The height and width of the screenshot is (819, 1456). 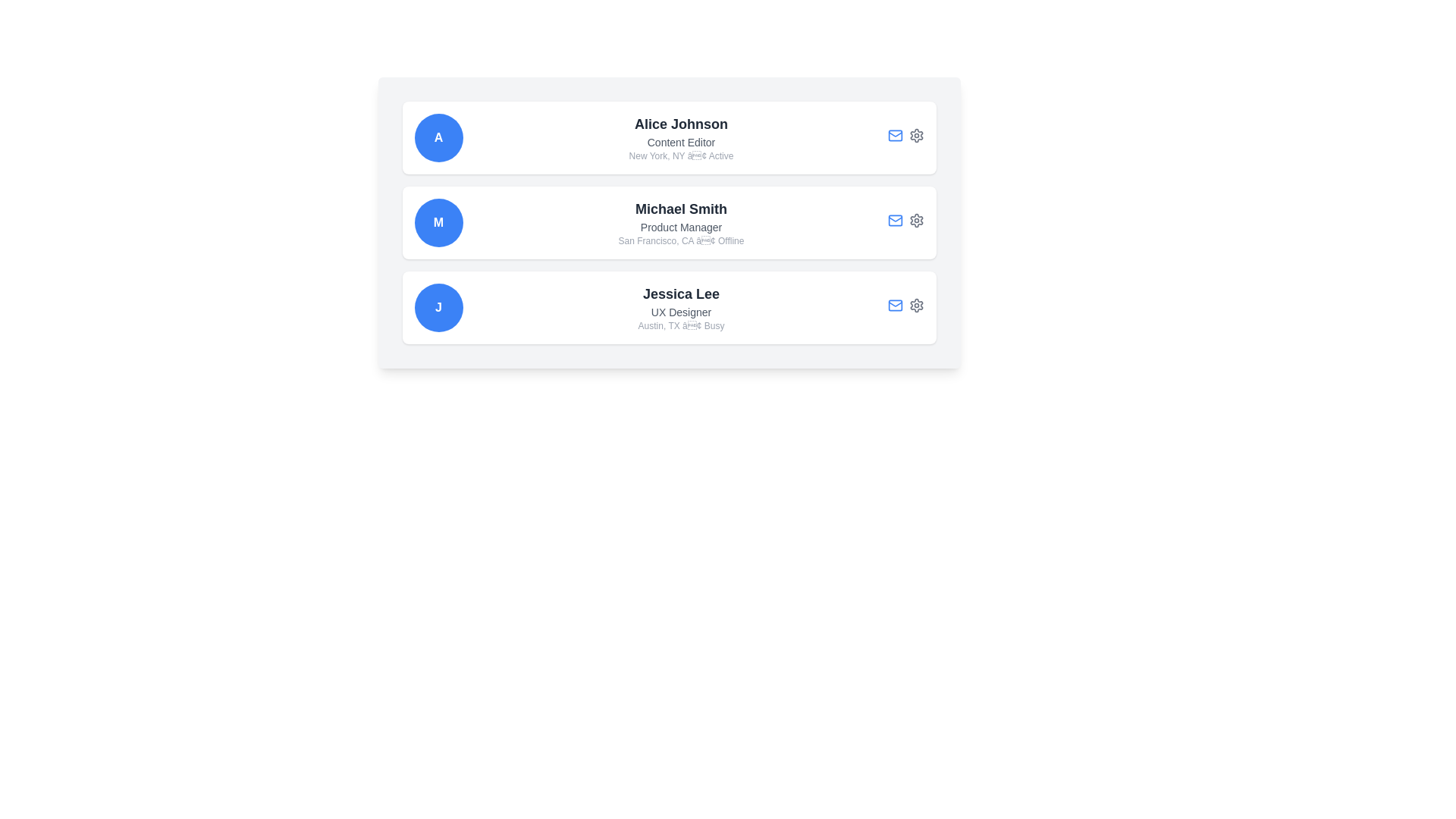 I want to click on the gray gear icon located in the rightmost section of the row dedicated to 'Jessica Lee', adjacent to the mail icon, so click(x=915, y=305).